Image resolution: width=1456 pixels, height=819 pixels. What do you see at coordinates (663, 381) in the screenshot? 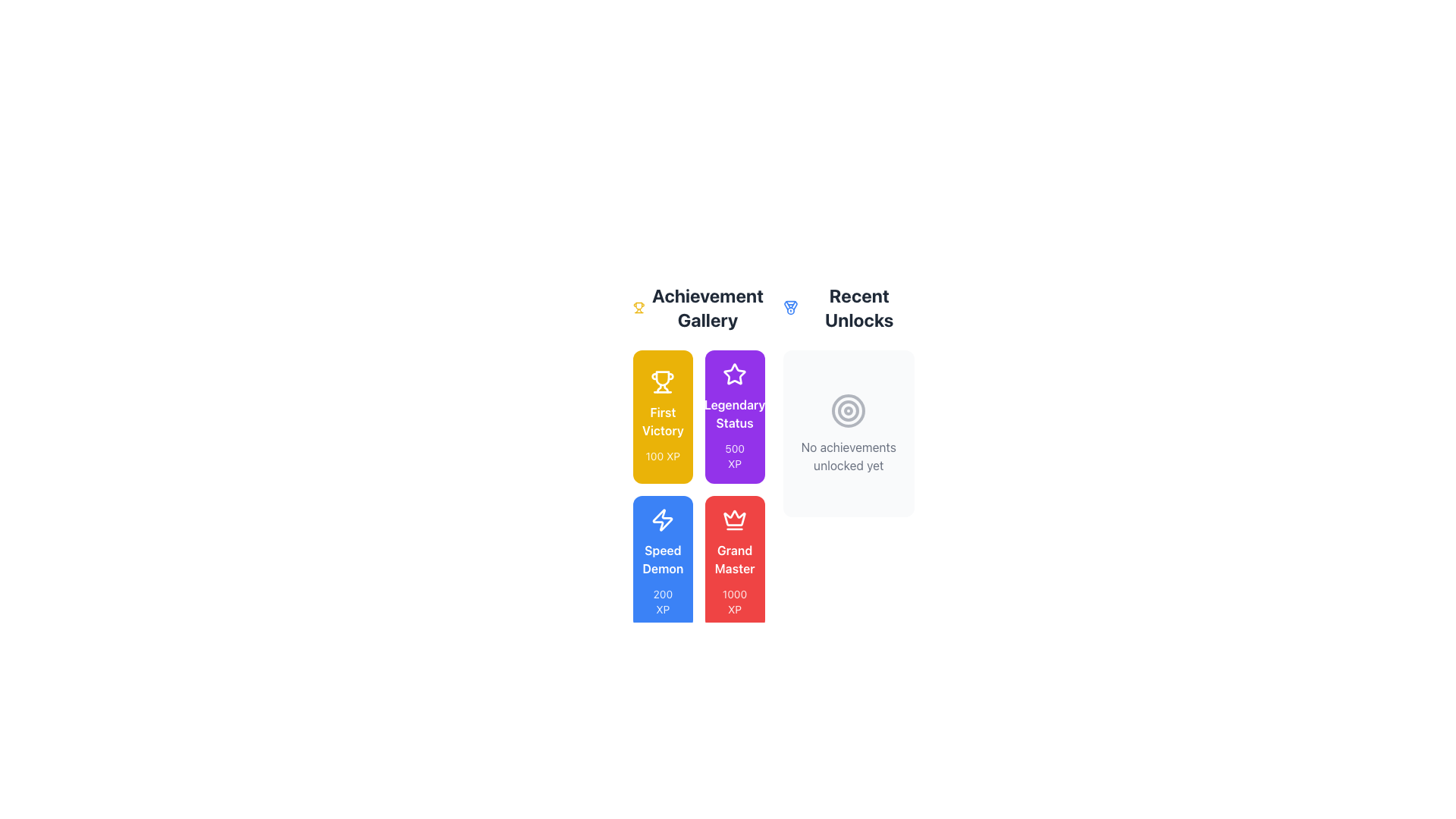
I see `the 'First Victory' achievement icon located at the top of the orange-colored card in the 'Achievement Gallery' panel` at bounding box center [663, 381].